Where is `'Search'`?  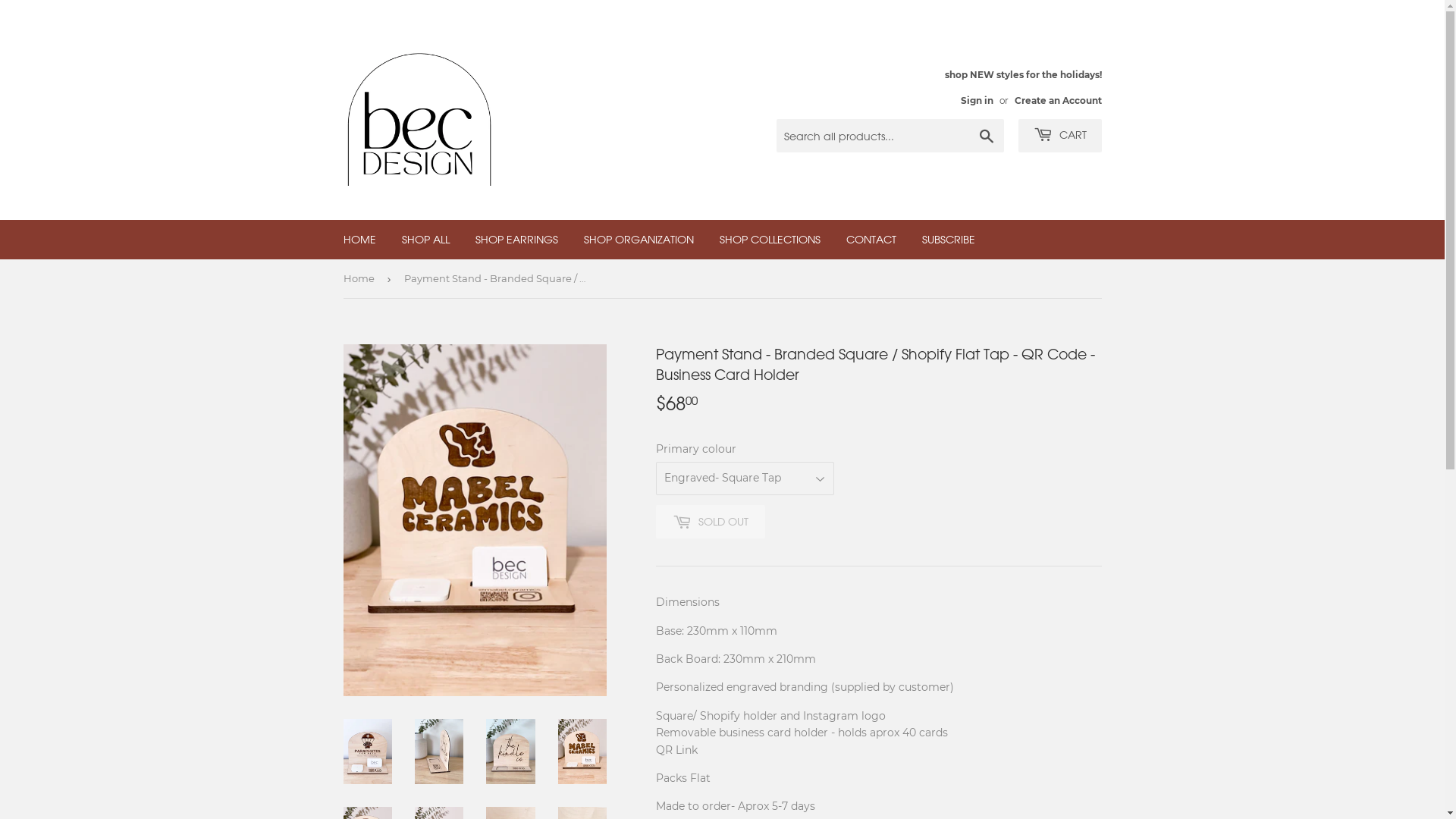
'Search' is located at coordinates (986, 136).